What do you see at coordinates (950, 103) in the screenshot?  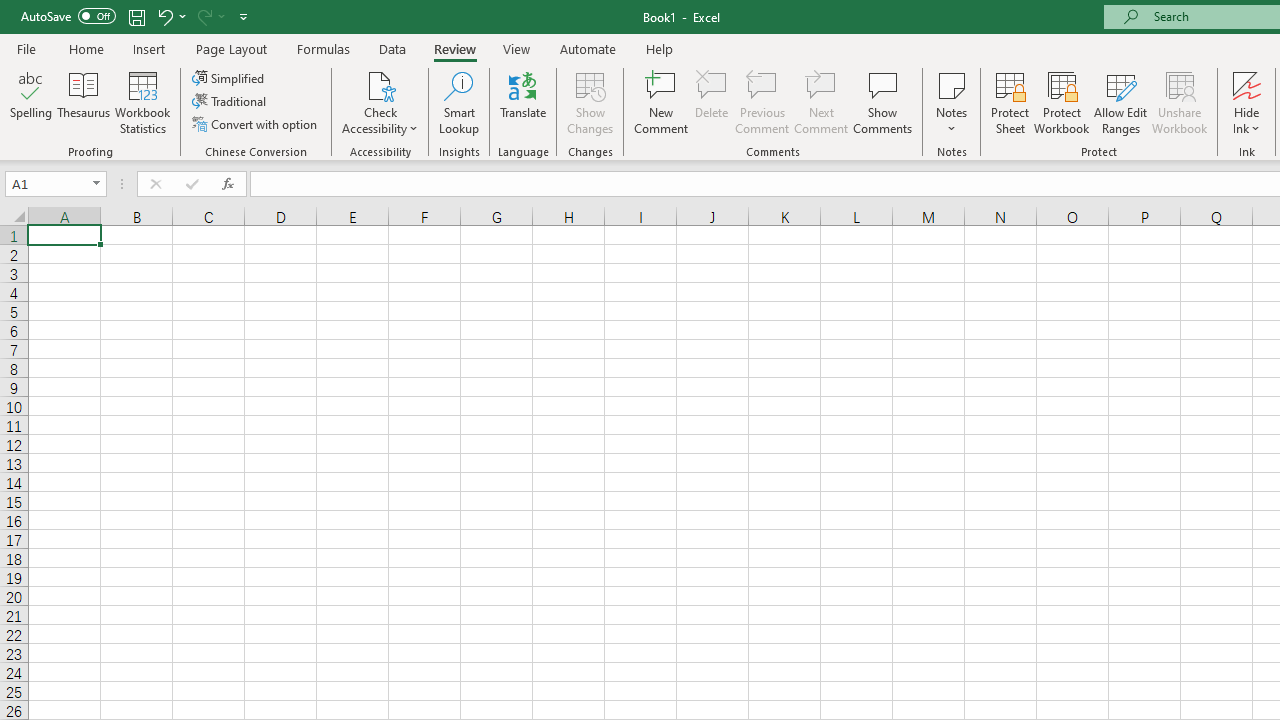 I see `'Notes'` at bounding box center [950, 103].